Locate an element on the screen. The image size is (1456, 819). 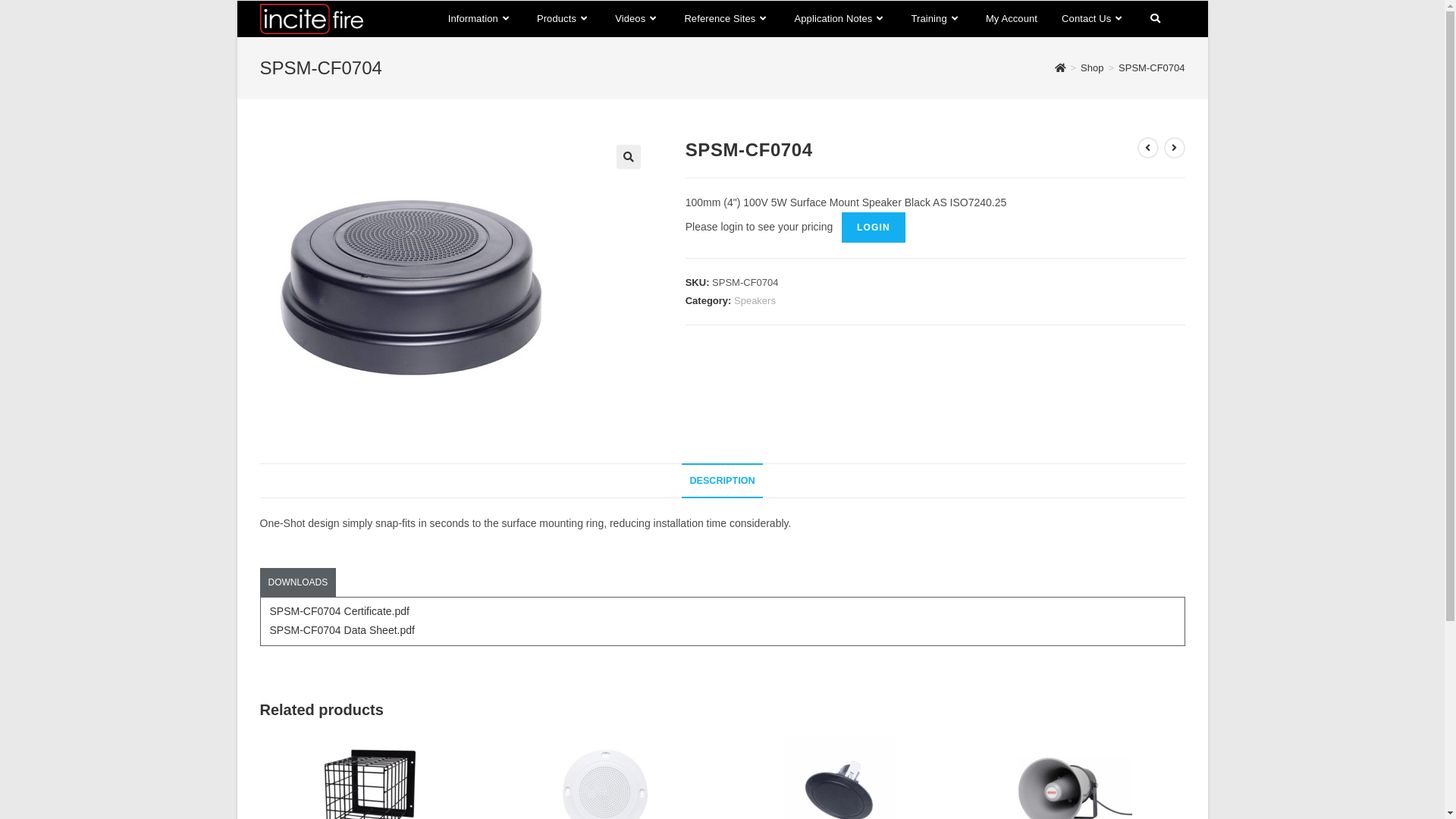
'Products' is located at coordinates (563, 18).